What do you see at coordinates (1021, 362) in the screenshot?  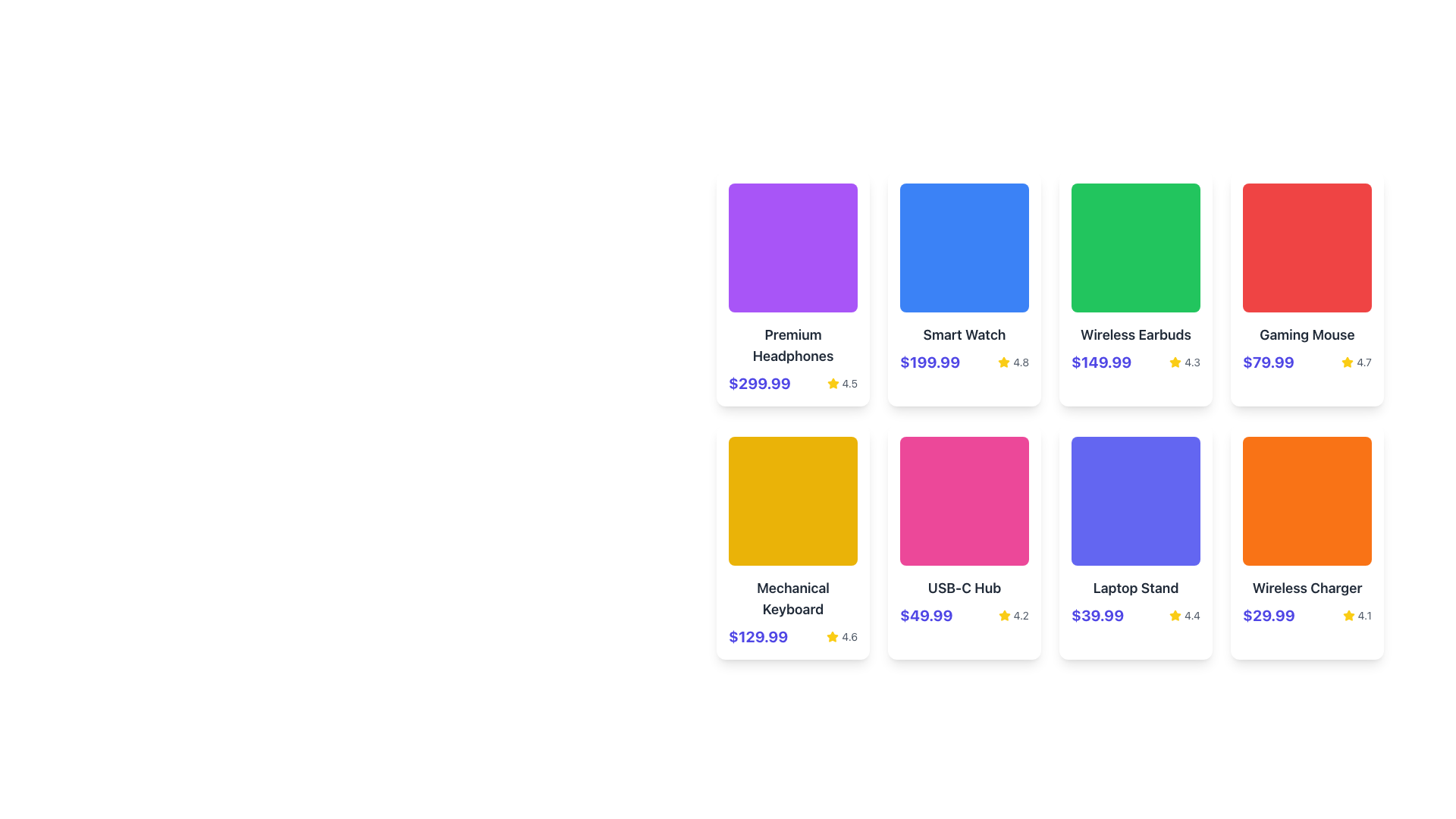 I see `numeric rating value displayed in small gray font adjacent to the yellow star icon within the smart watch product card` at bounding box center [1021, 362].